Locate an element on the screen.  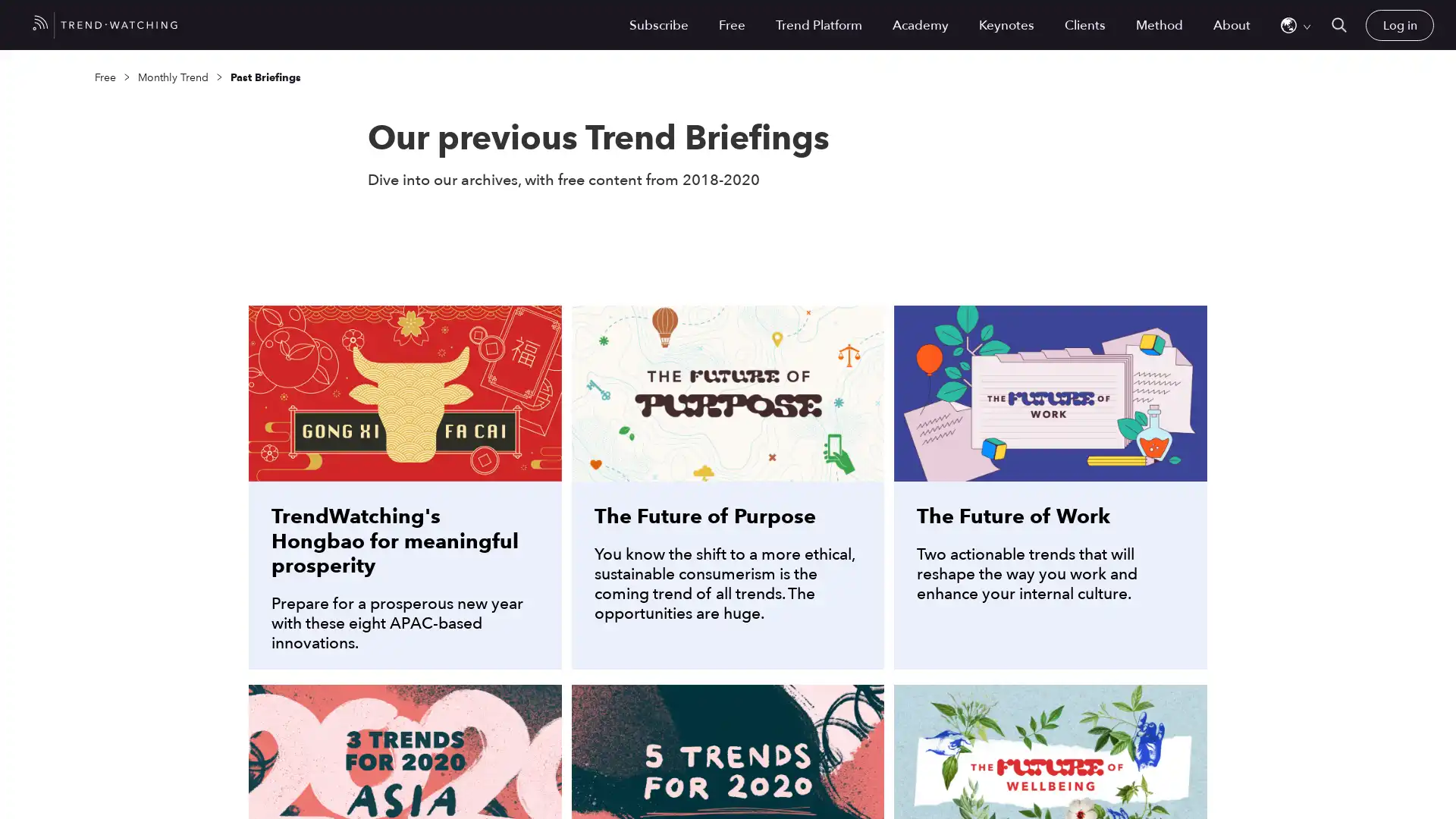
Sign up is located at coordinates (883, 491).